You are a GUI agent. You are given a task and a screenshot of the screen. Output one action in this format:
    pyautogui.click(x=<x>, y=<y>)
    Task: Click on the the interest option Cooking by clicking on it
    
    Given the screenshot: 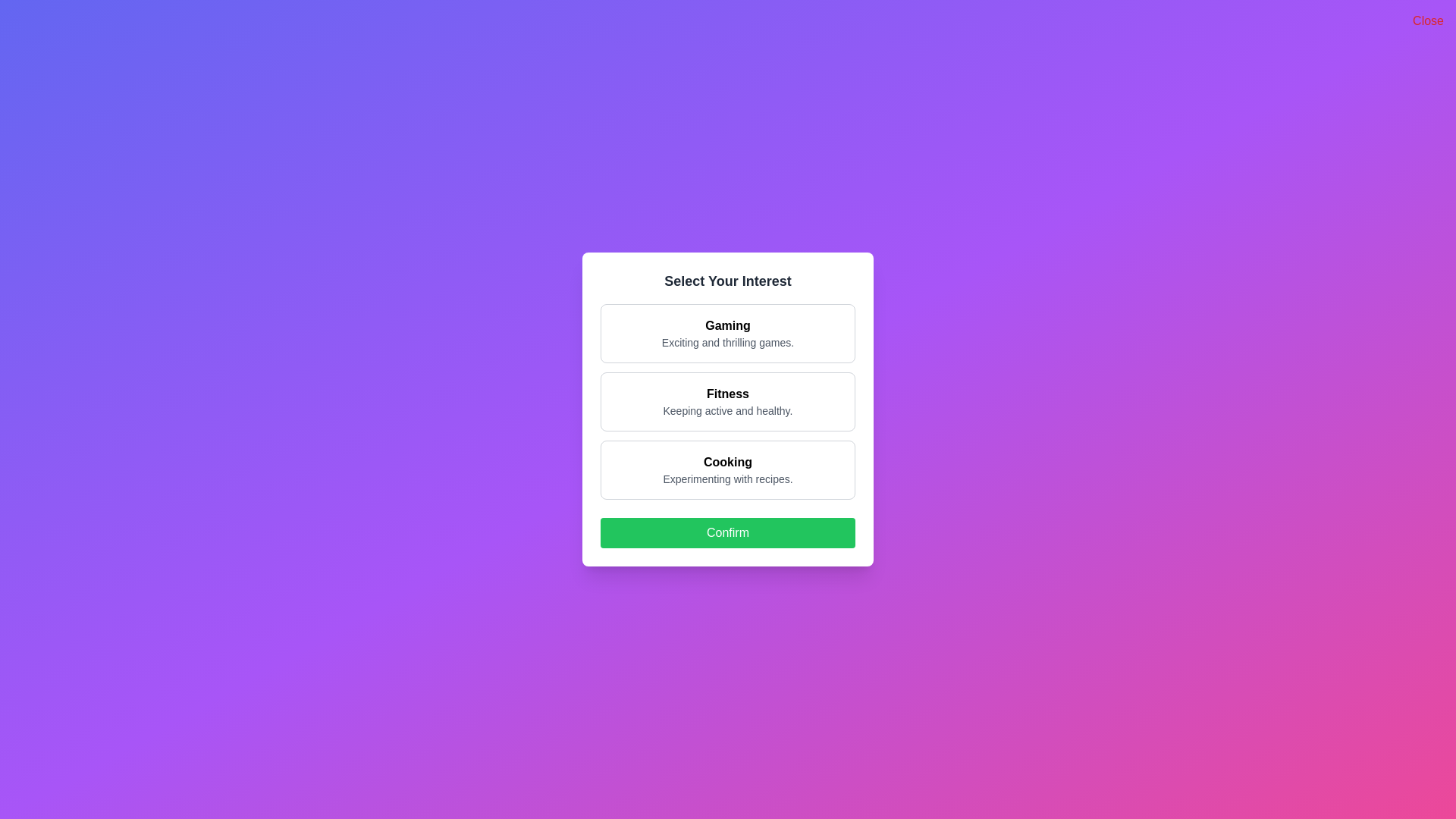 What is the action you would take?
    pyautogui.click(x=728, y=469)
    